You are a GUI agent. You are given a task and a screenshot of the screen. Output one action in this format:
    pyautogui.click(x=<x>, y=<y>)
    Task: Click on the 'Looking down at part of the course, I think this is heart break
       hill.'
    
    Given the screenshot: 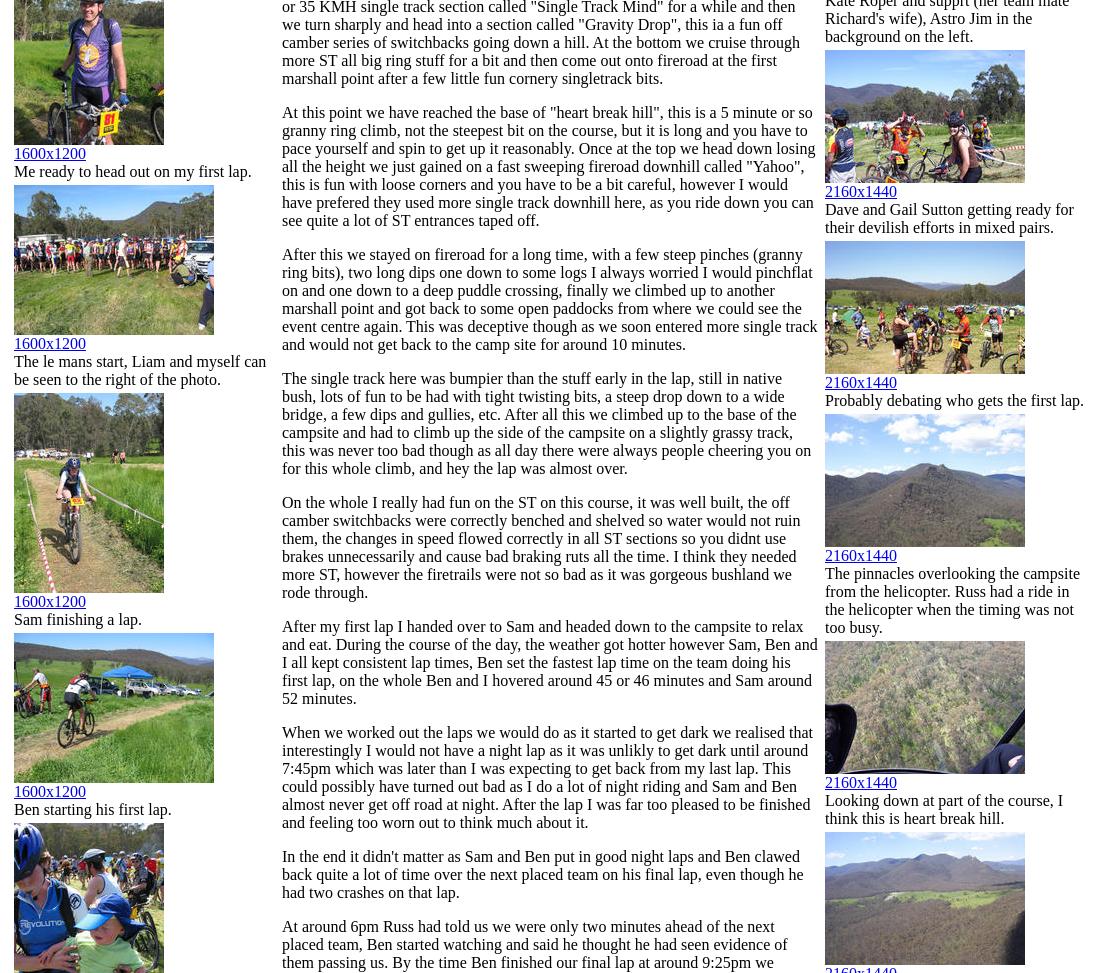 What is the action you would take?
    pyautogui.click(x=825, y=808)
    